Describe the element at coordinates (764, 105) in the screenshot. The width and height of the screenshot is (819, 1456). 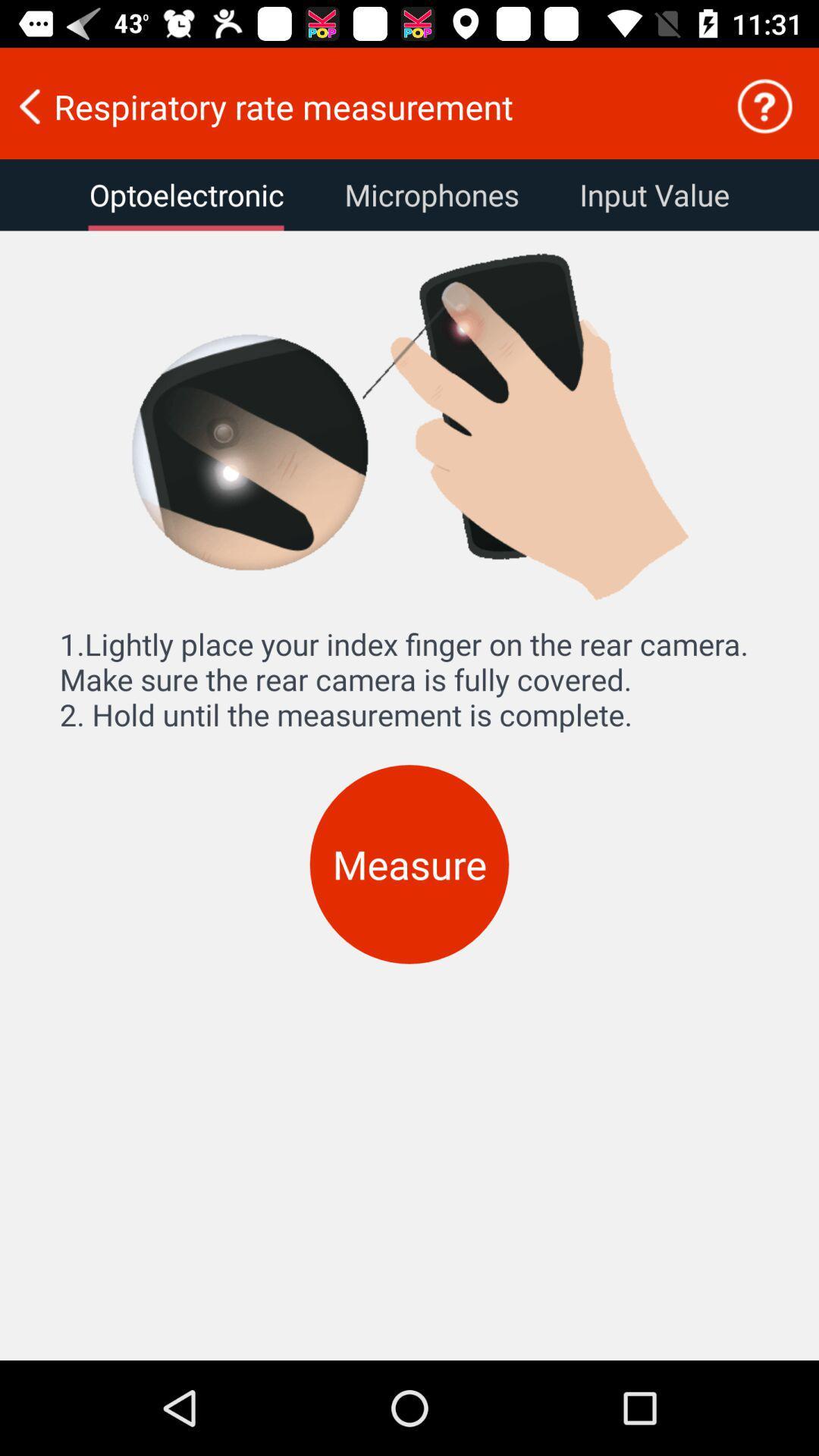
I see `the icon above the input value` at that location.